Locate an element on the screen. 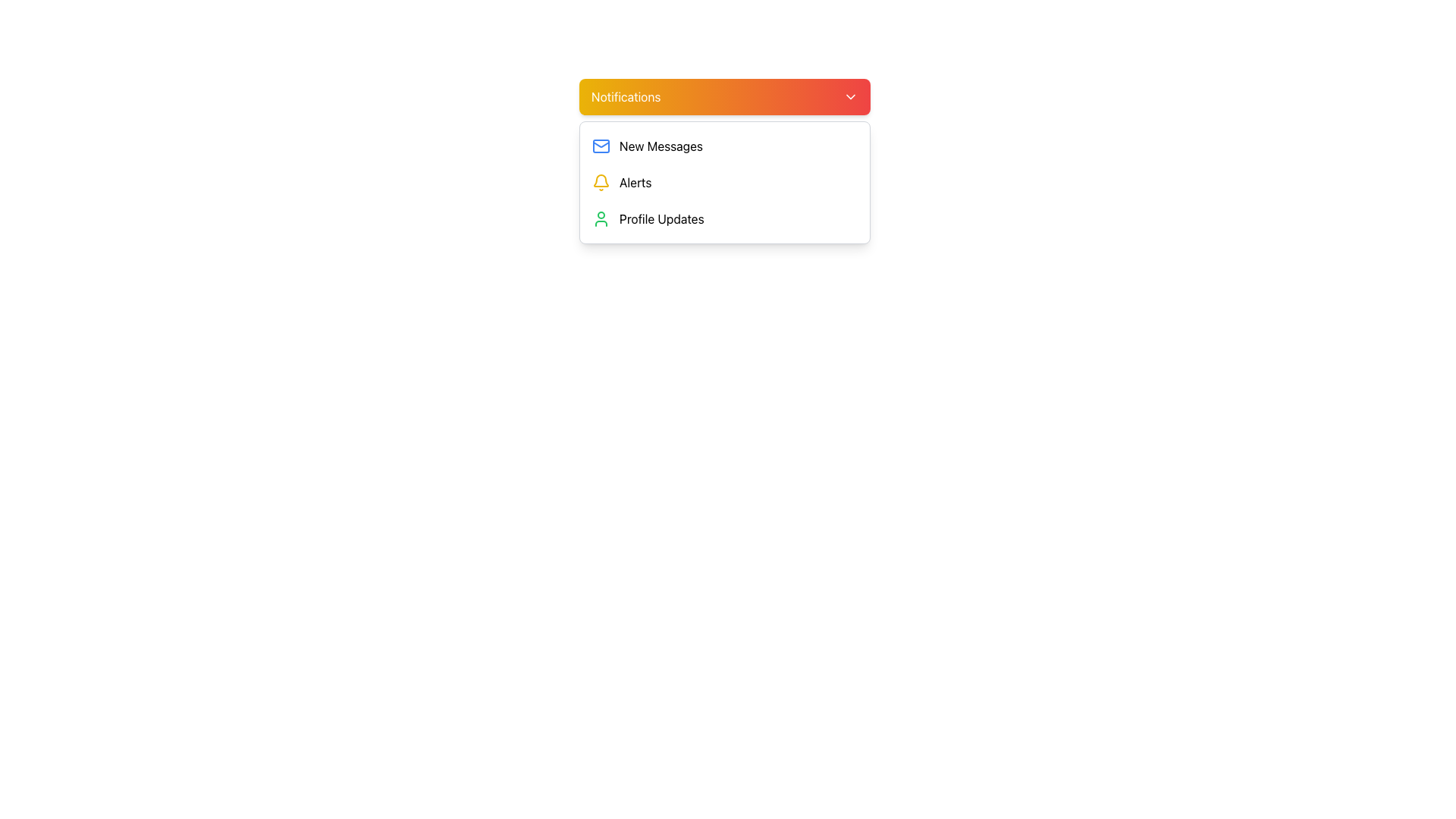 This screenshot has height=819, width=1456. the button that activates the dropdown menu, located at the top of the dropdown interface is located at coordinates (723, 96).